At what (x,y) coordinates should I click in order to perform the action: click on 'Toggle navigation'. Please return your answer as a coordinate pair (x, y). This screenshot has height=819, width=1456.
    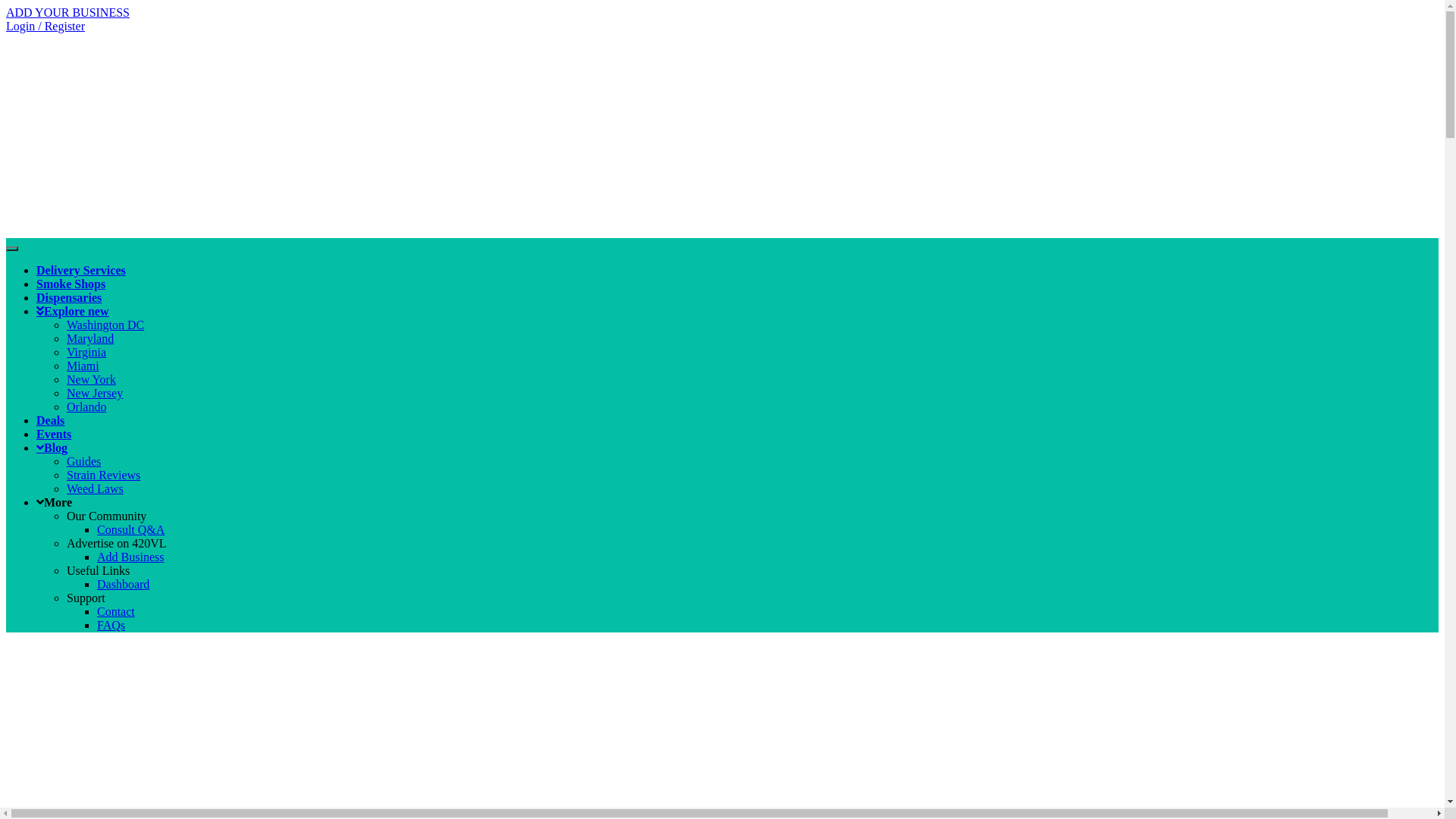
    Looking at the image, I should click on (11, 247).